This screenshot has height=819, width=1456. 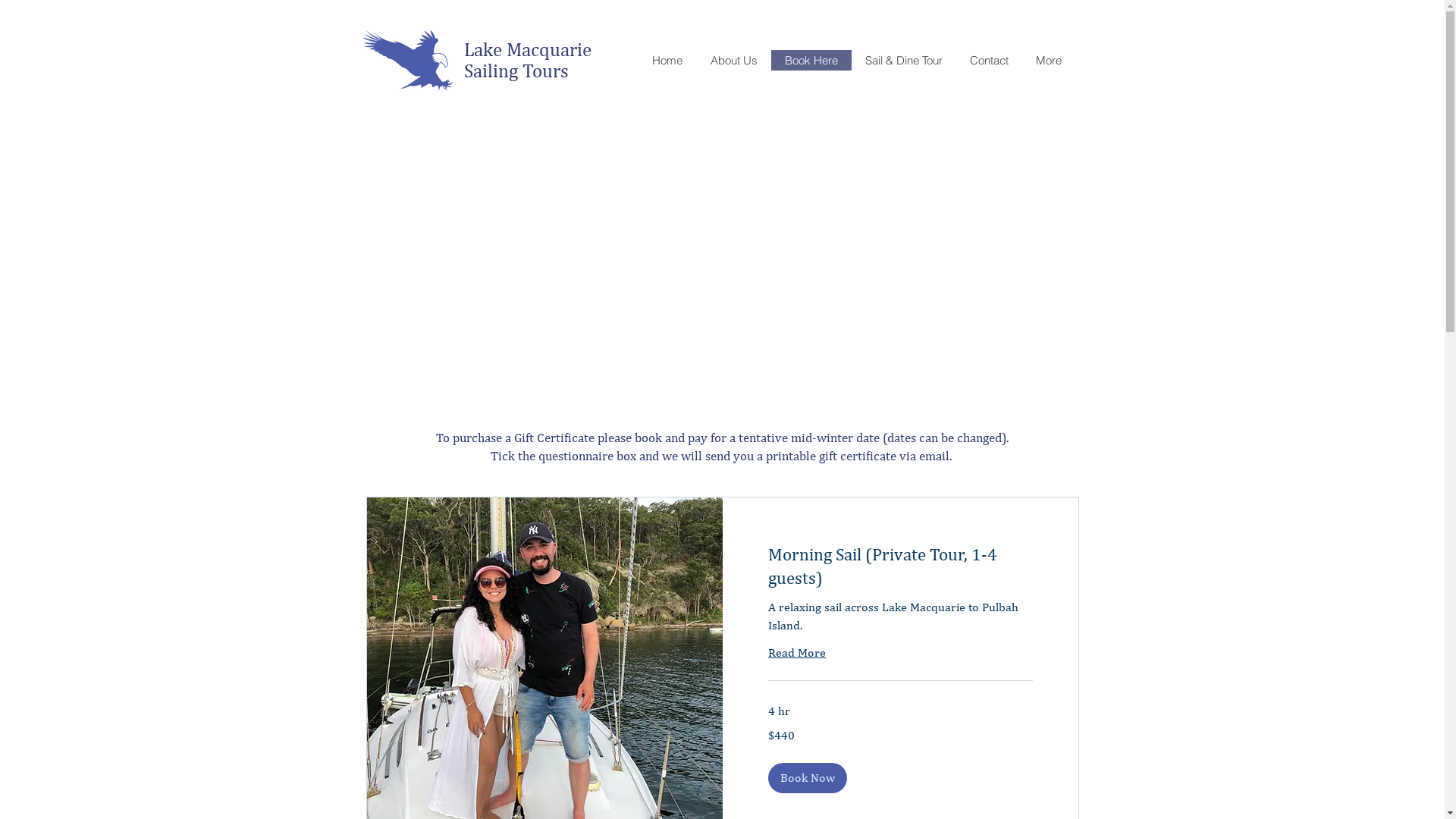 I want to click on 'Sail & Dine Tour', so click(x=902, y=59).